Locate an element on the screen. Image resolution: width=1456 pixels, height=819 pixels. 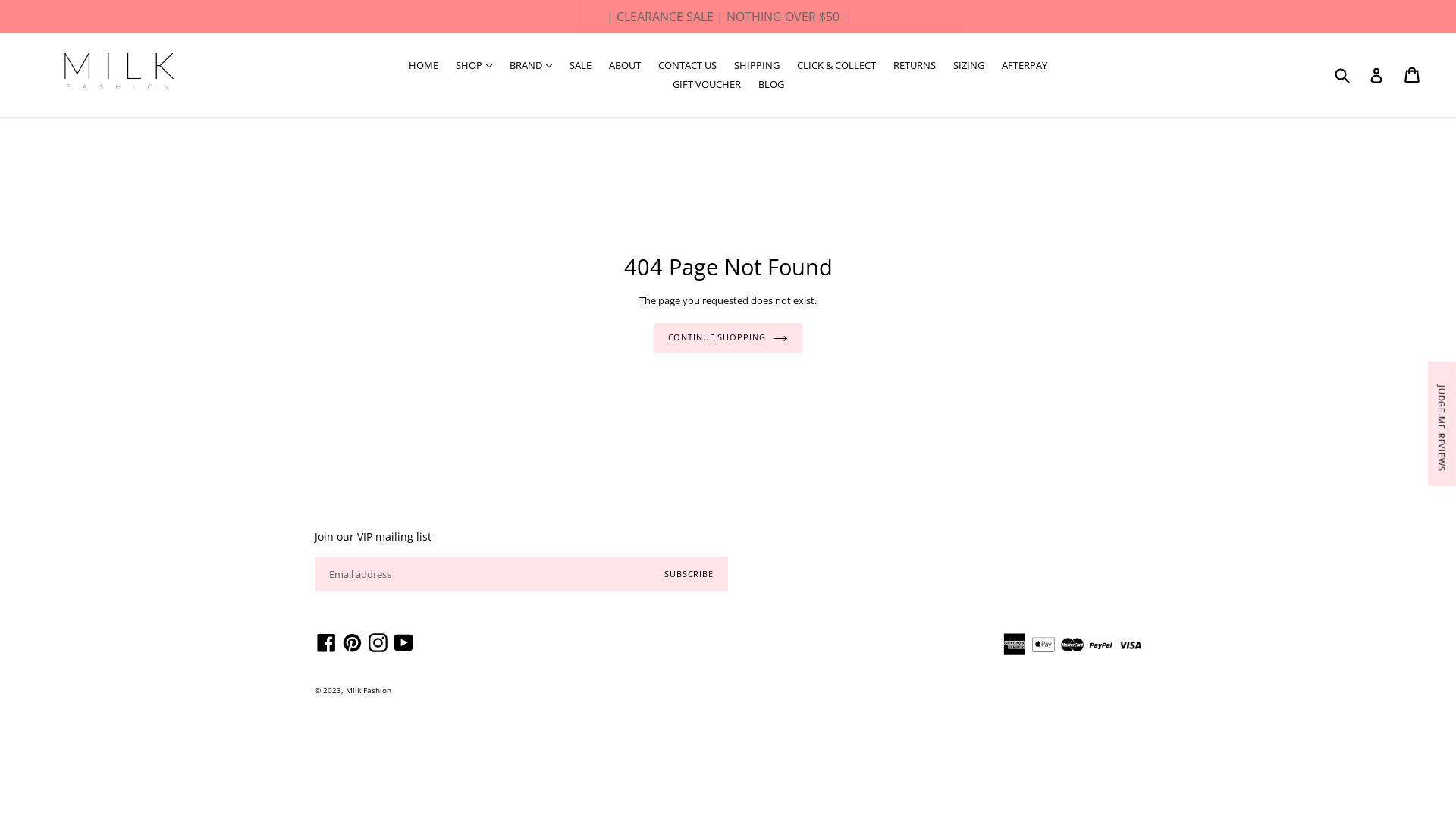
'Submit' is located at coordinates (1341, 75).